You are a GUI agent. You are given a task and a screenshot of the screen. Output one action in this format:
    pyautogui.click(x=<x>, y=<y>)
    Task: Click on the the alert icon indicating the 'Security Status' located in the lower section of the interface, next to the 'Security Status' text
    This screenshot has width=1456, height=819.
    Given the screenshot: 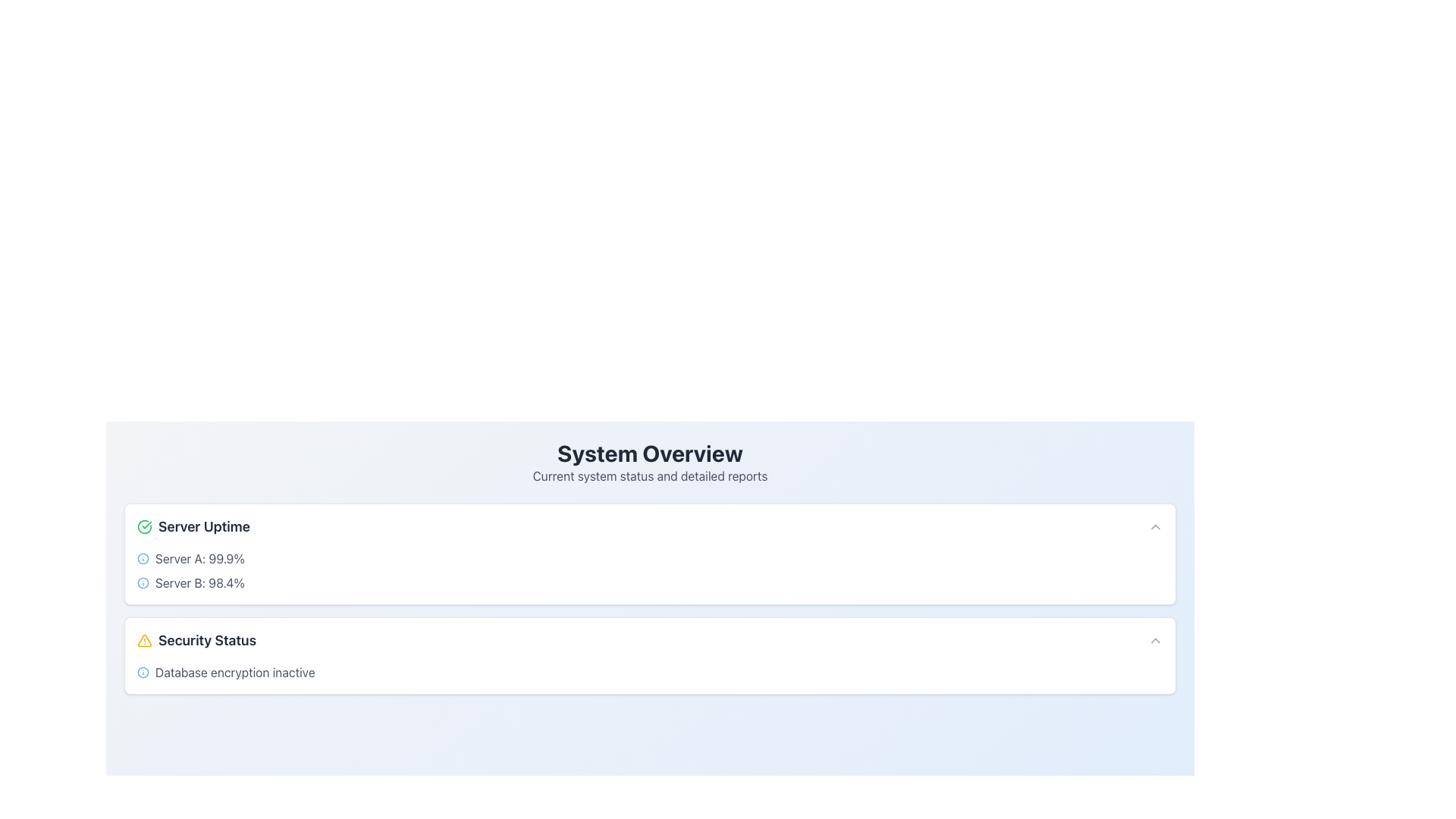 What is the action you would take?
    pyautogui.click(x=145, y=640)
    